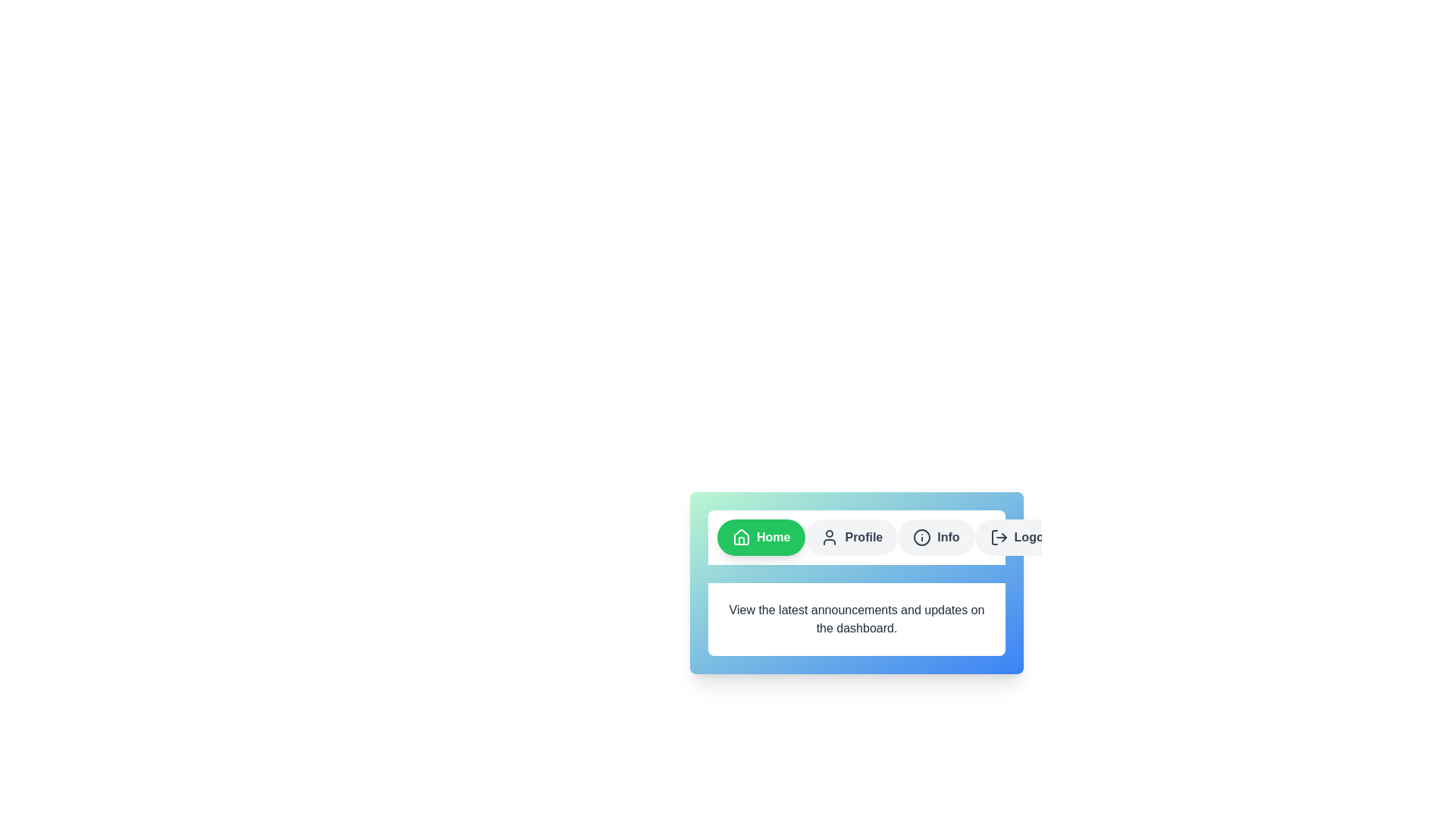  Describe the element at coordinates (1022, 537) in the screenshot. I see `the 'Logout' button, which is the last item in the navigation bar, styled with a rounded appearance and dark gray text, to log out` at that location.